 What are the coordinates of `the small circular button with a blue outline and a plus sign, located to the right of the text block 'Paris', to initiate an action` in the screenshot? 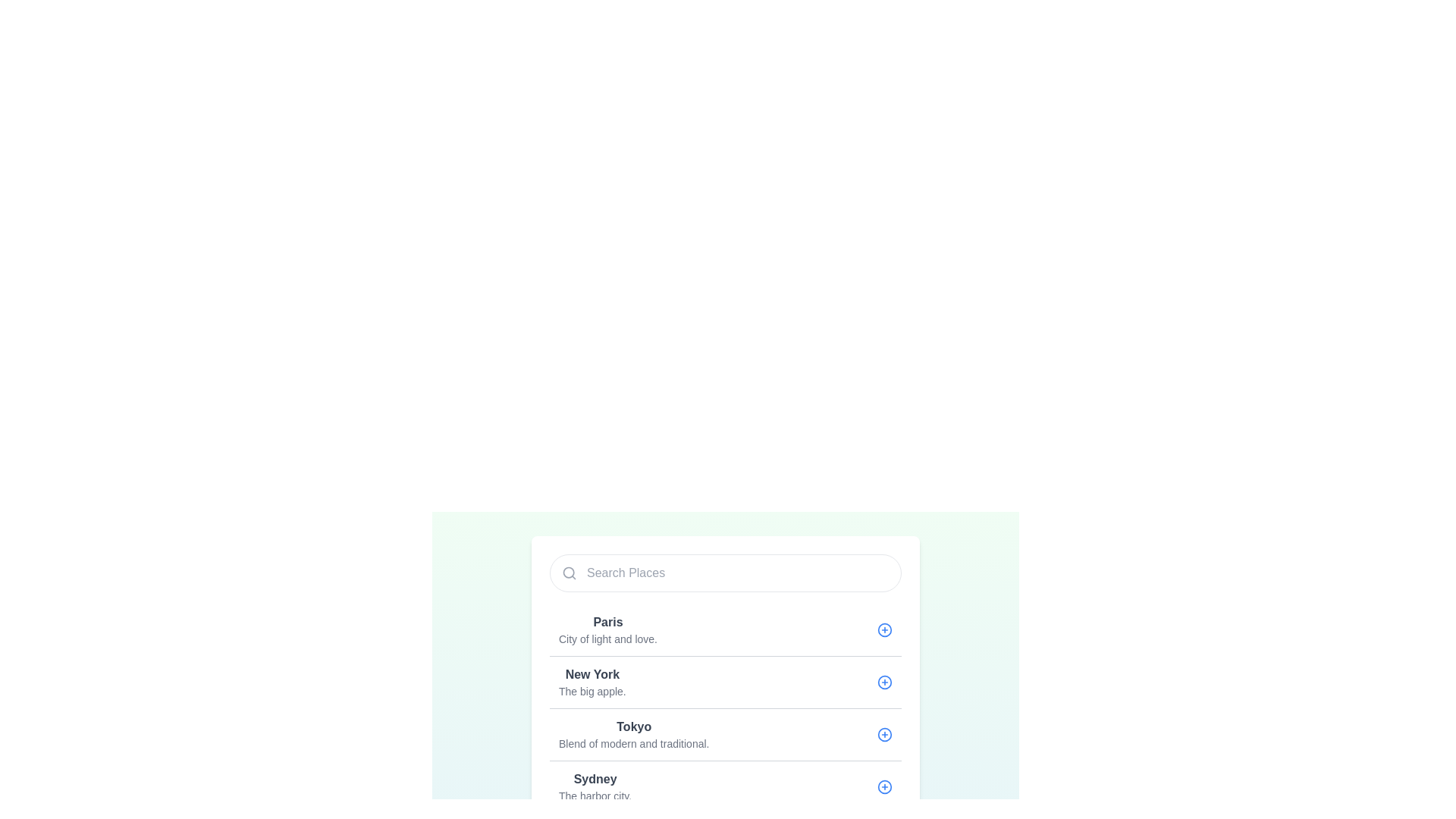 It's located at (884, 629).